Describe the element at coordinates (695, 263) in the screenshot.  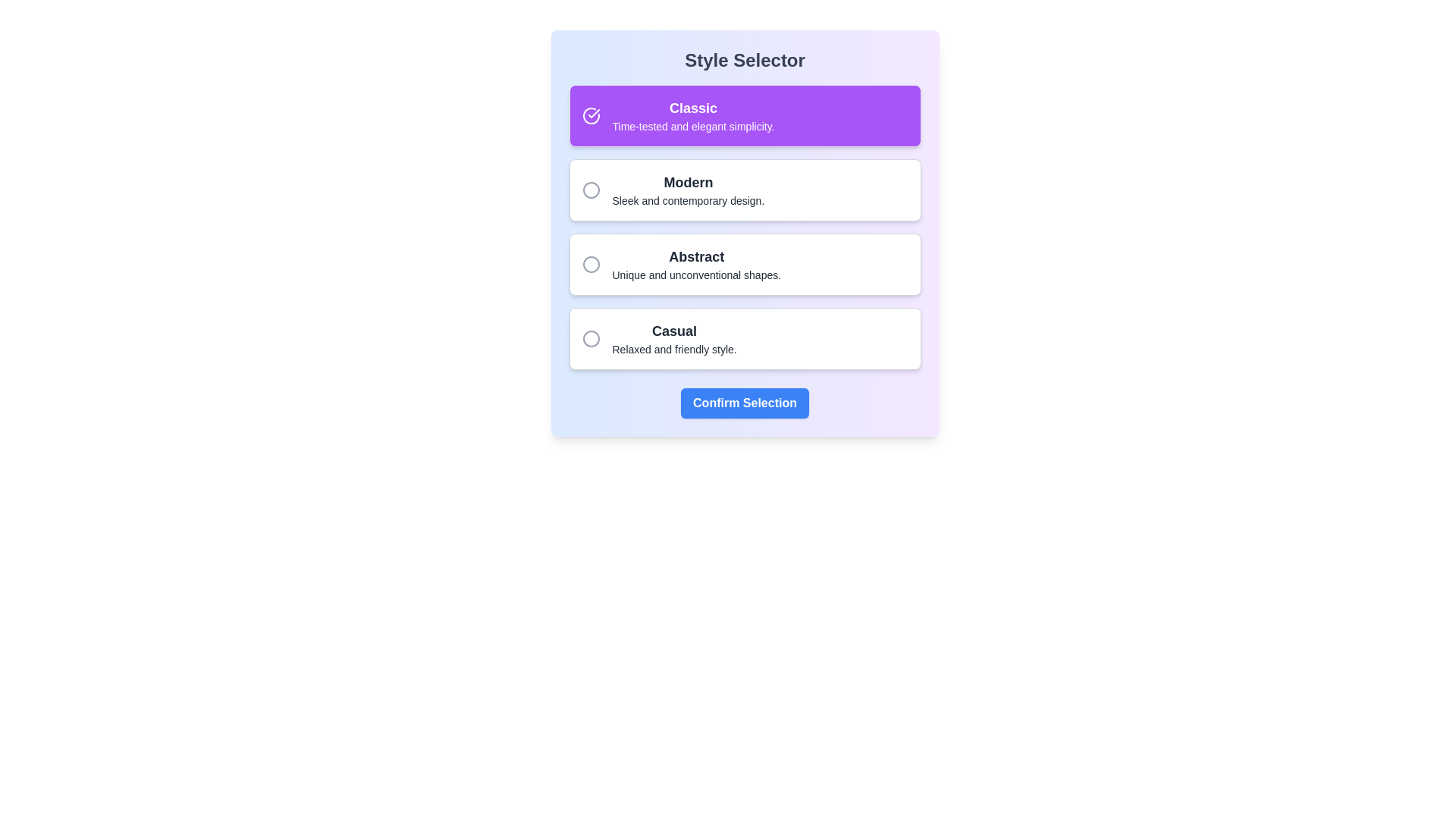
I see `the 'Abstract' style option within the style selection menu, which is the second selectable option in the list under 'Style Selector'` at that location.